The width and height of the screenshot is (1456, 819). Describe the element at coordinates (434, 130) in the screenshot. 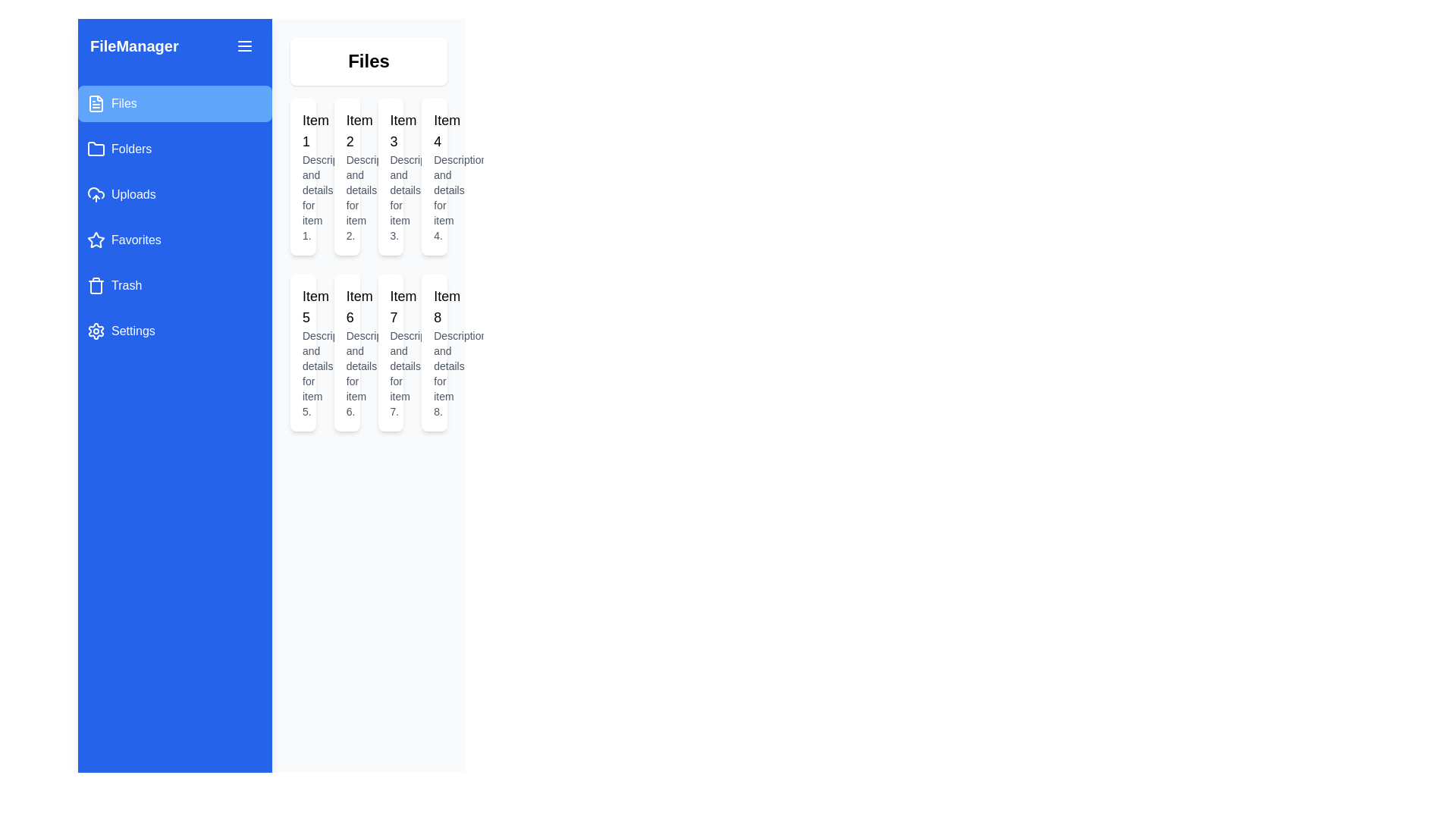

I see `text element labeled 'Item 4' located at the top of its card in the first row, fourth column of the grid layout` at that location.